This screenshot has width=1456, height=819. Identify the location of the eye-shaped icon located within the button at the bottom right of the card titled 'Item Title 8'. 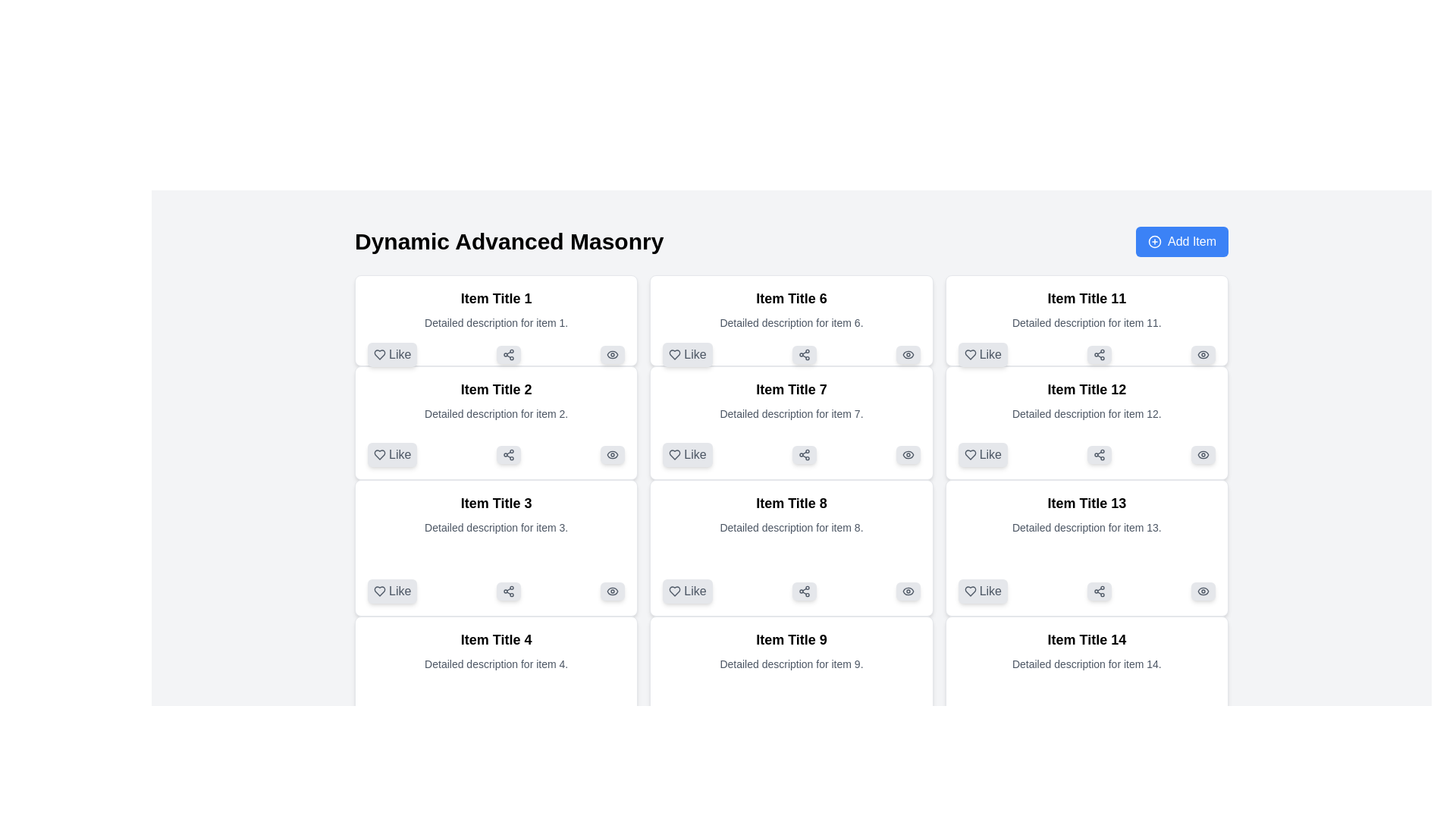
(908, 590).